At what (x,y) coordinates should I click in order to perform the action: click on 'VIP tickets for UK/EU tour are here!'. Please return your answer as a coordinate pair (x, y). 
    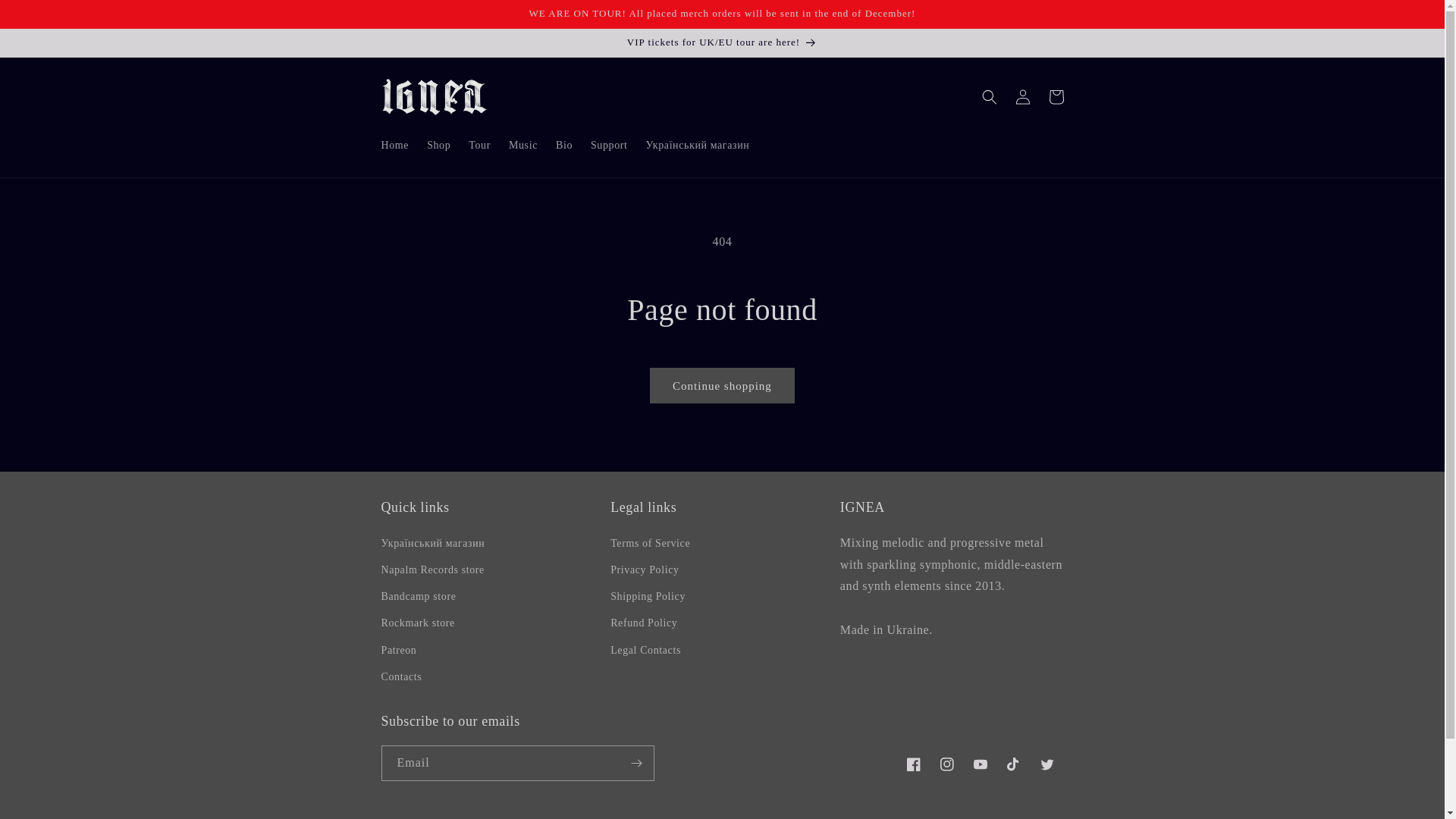
    Looking at the image, I should click on (721, 42).